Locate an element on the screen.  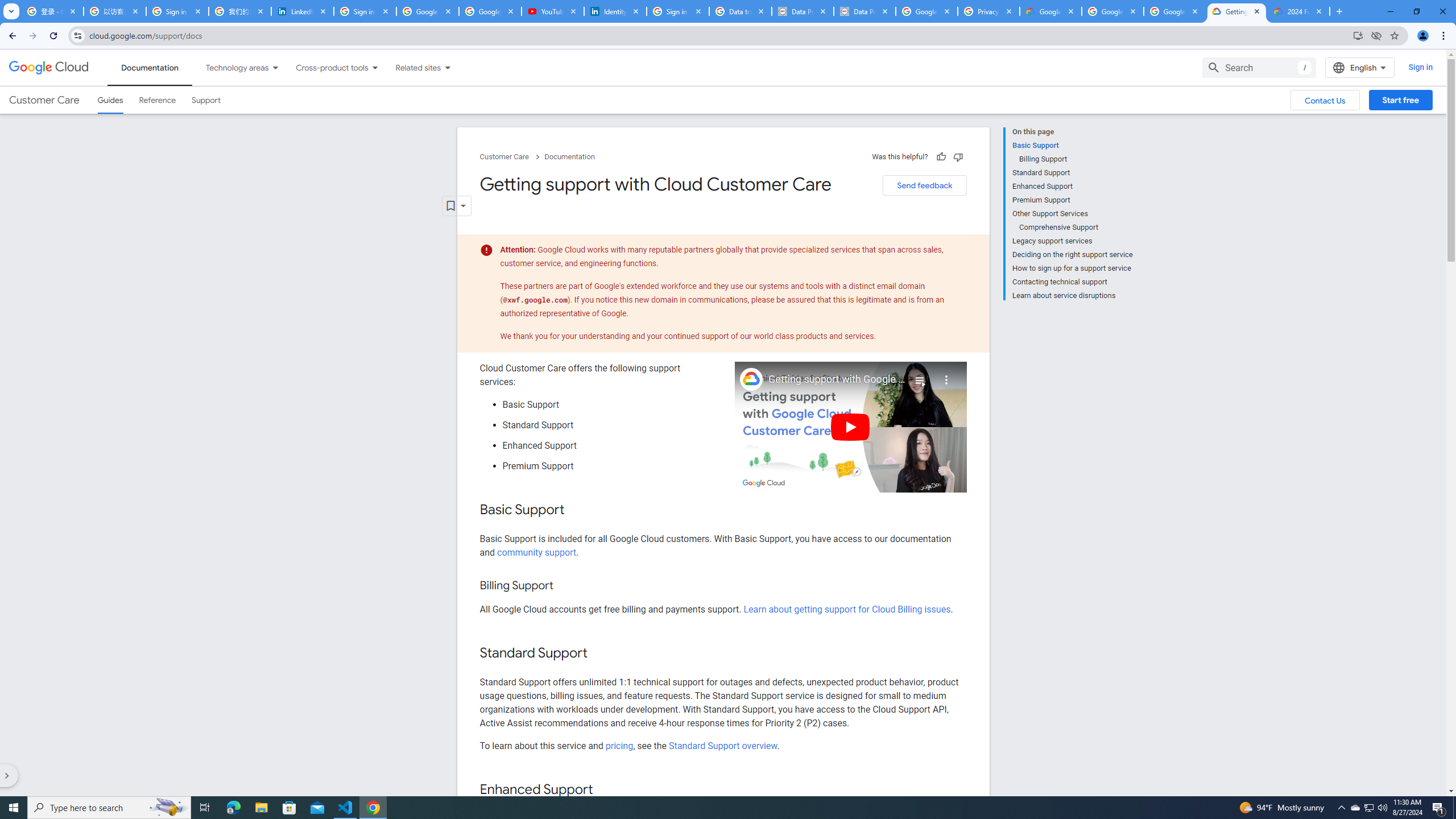
'Data Privacy Framework' is located at coordinates (802, 11).